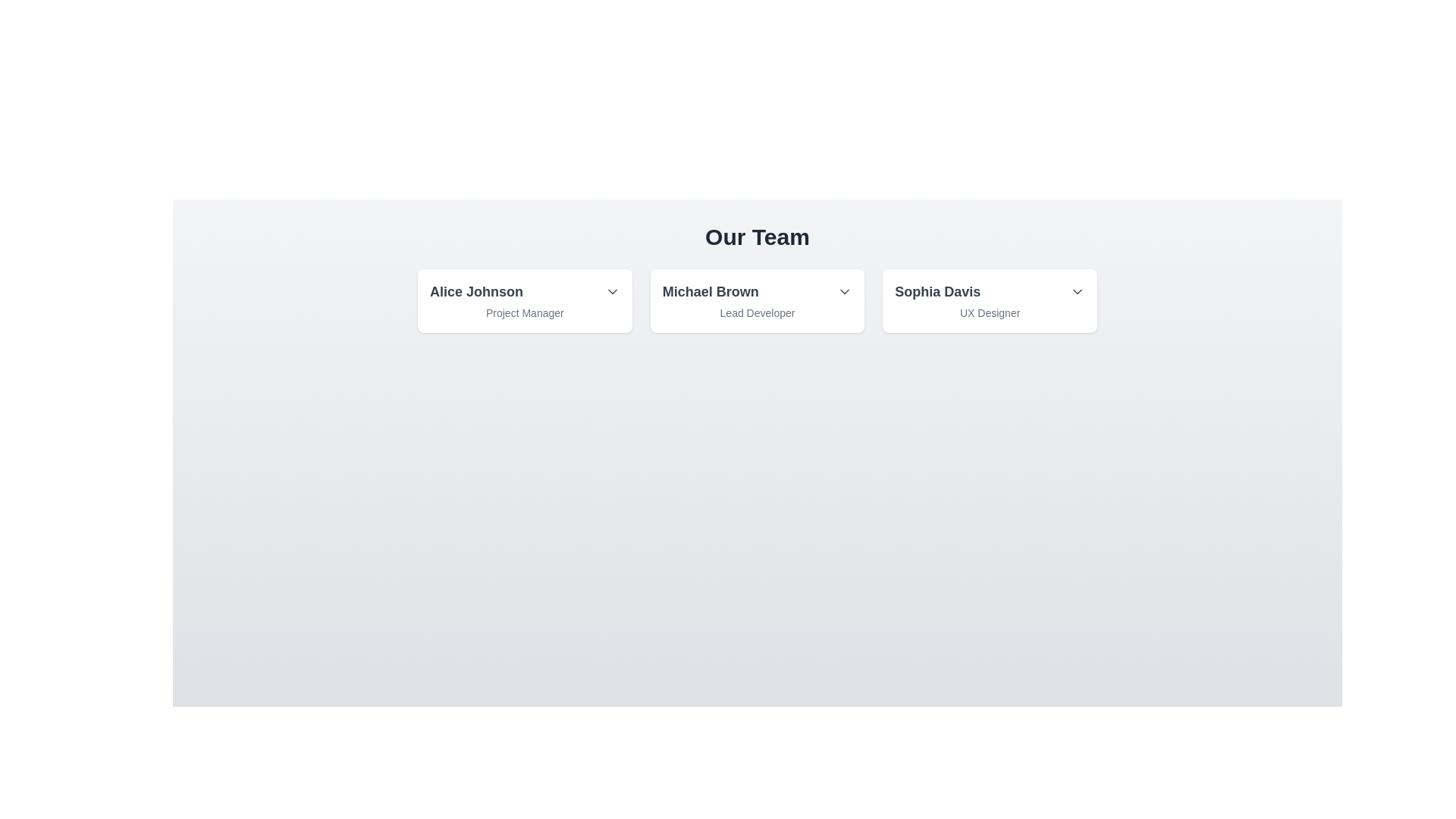 The height and width of the screenshot is (819, 1456). I want to click on the text label providing supplementary information about 'Alice Johnson' located in the lower section of the card, so click(525, 312).